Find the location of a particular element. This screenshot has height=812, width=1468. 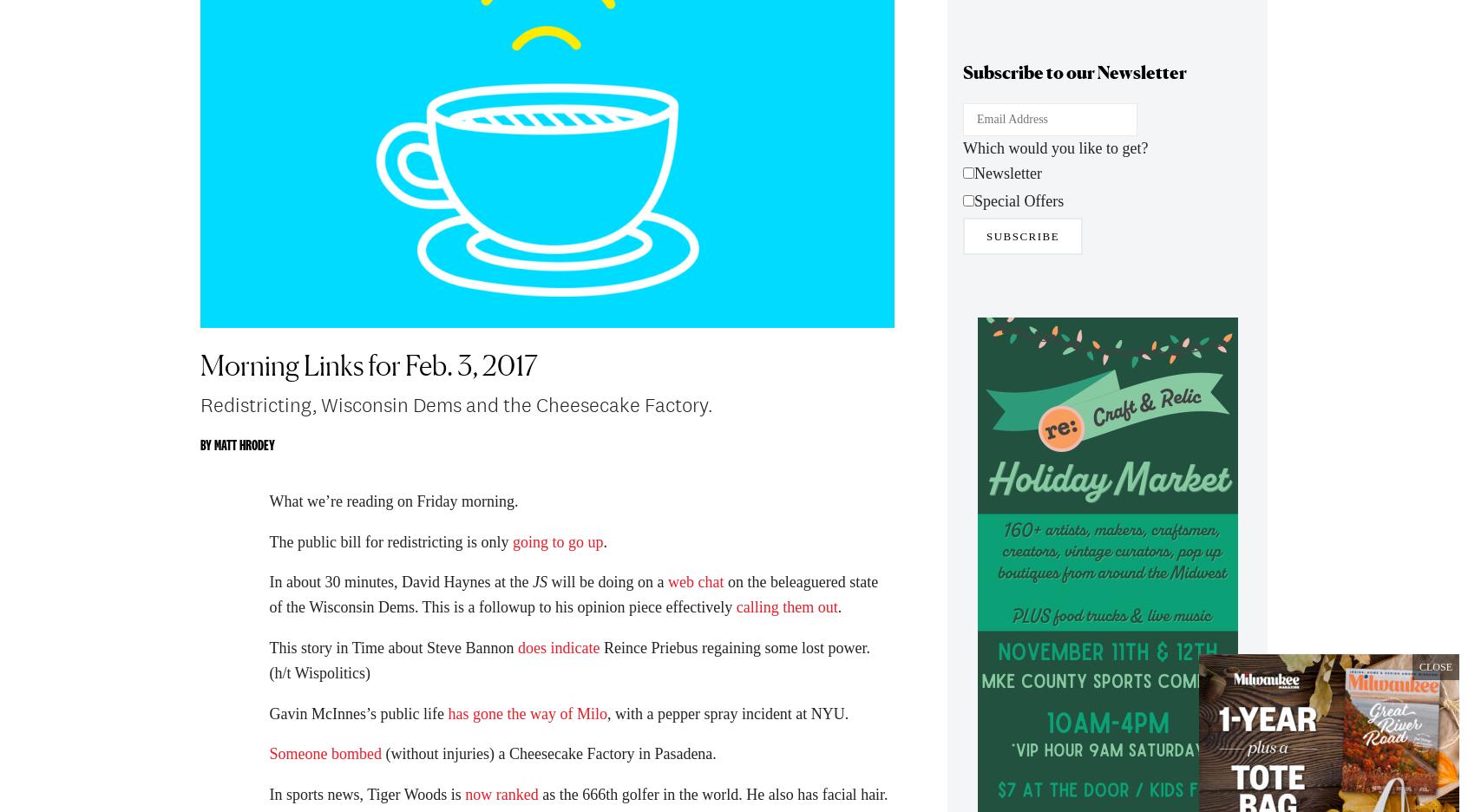

'JS' is located at coordinates (531, 591).